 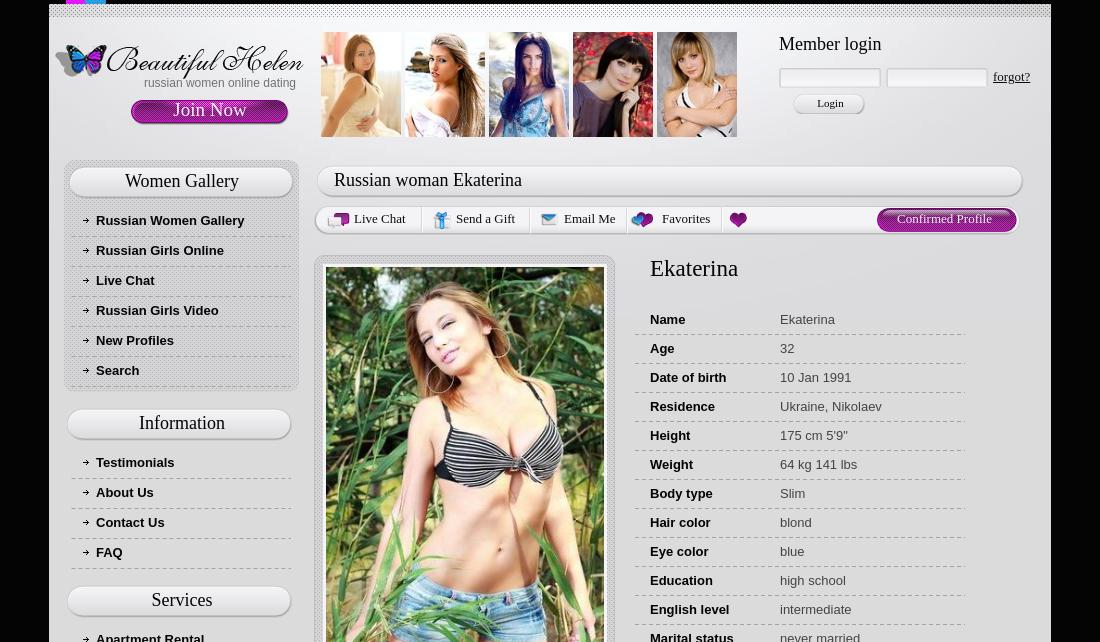 I want to click on 'Women Gallery', so click(x=180, y=179).